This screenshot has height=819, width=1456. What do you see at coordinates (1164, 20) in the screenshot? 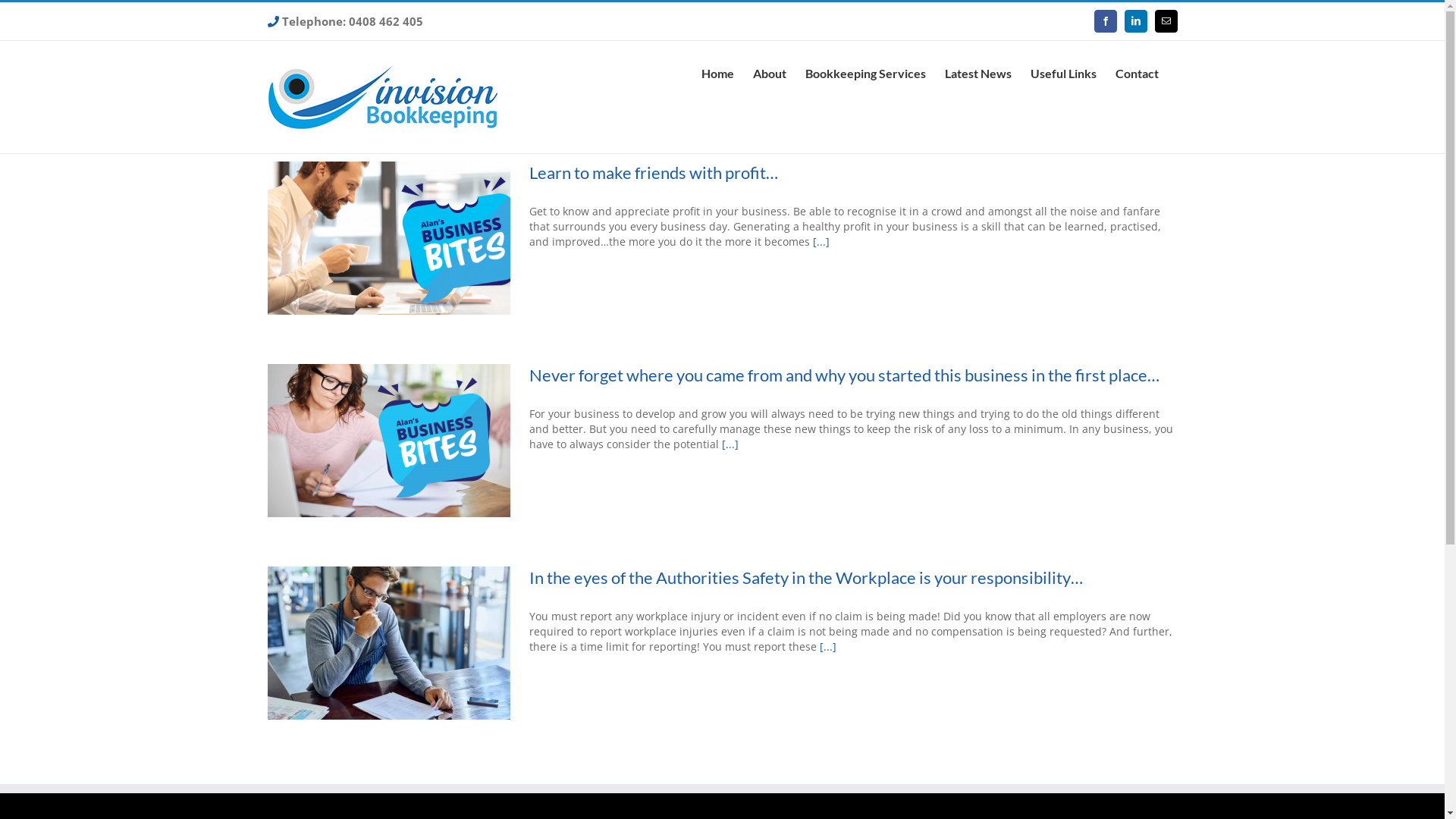
I see `'Email'` at bounding box center [1164, 20].